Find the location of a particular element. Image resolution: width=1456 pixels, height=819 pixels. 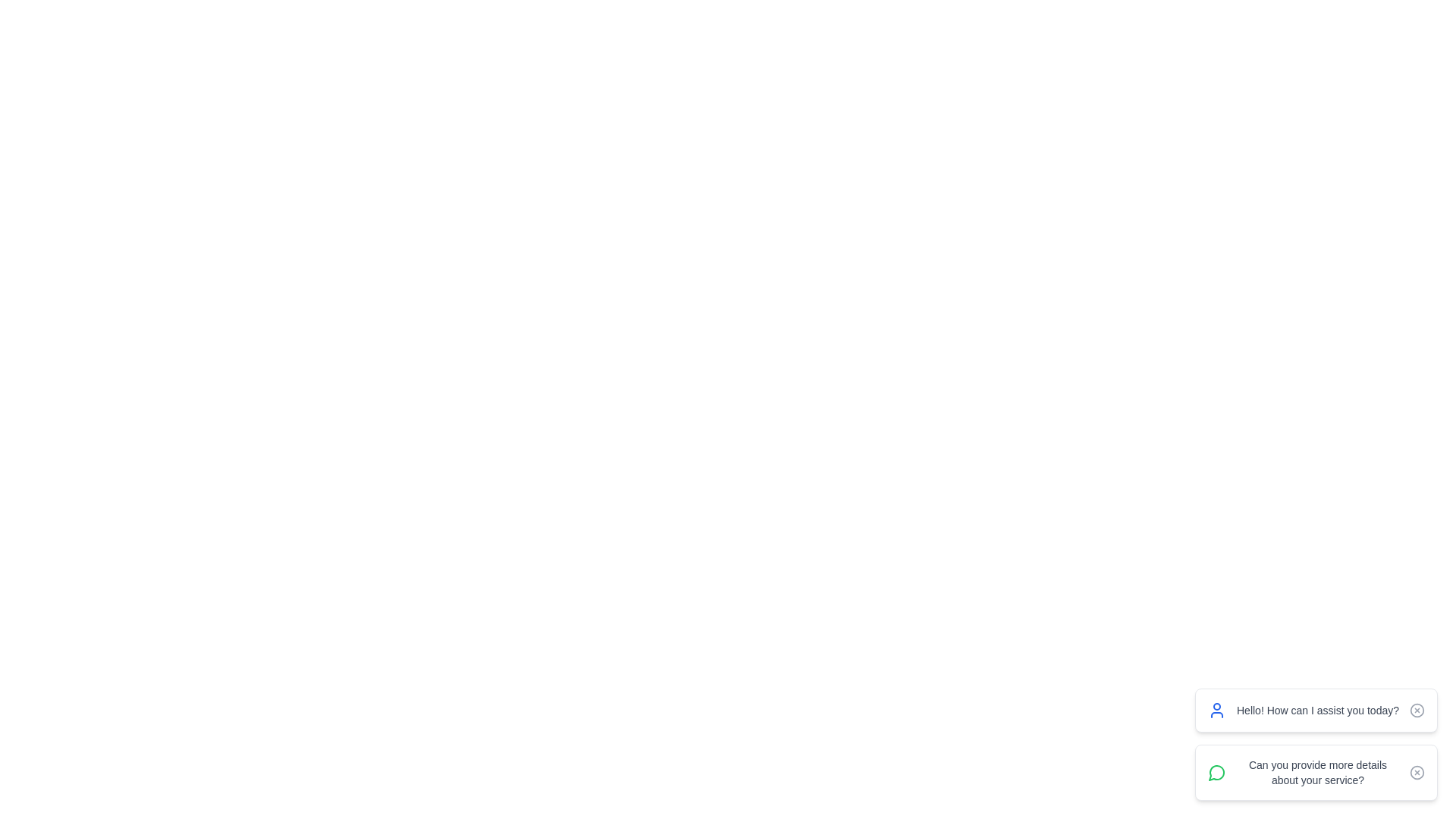

delete button for the message with content 'Can you provide more details about your service?' is located at coordinates (1416, 772).